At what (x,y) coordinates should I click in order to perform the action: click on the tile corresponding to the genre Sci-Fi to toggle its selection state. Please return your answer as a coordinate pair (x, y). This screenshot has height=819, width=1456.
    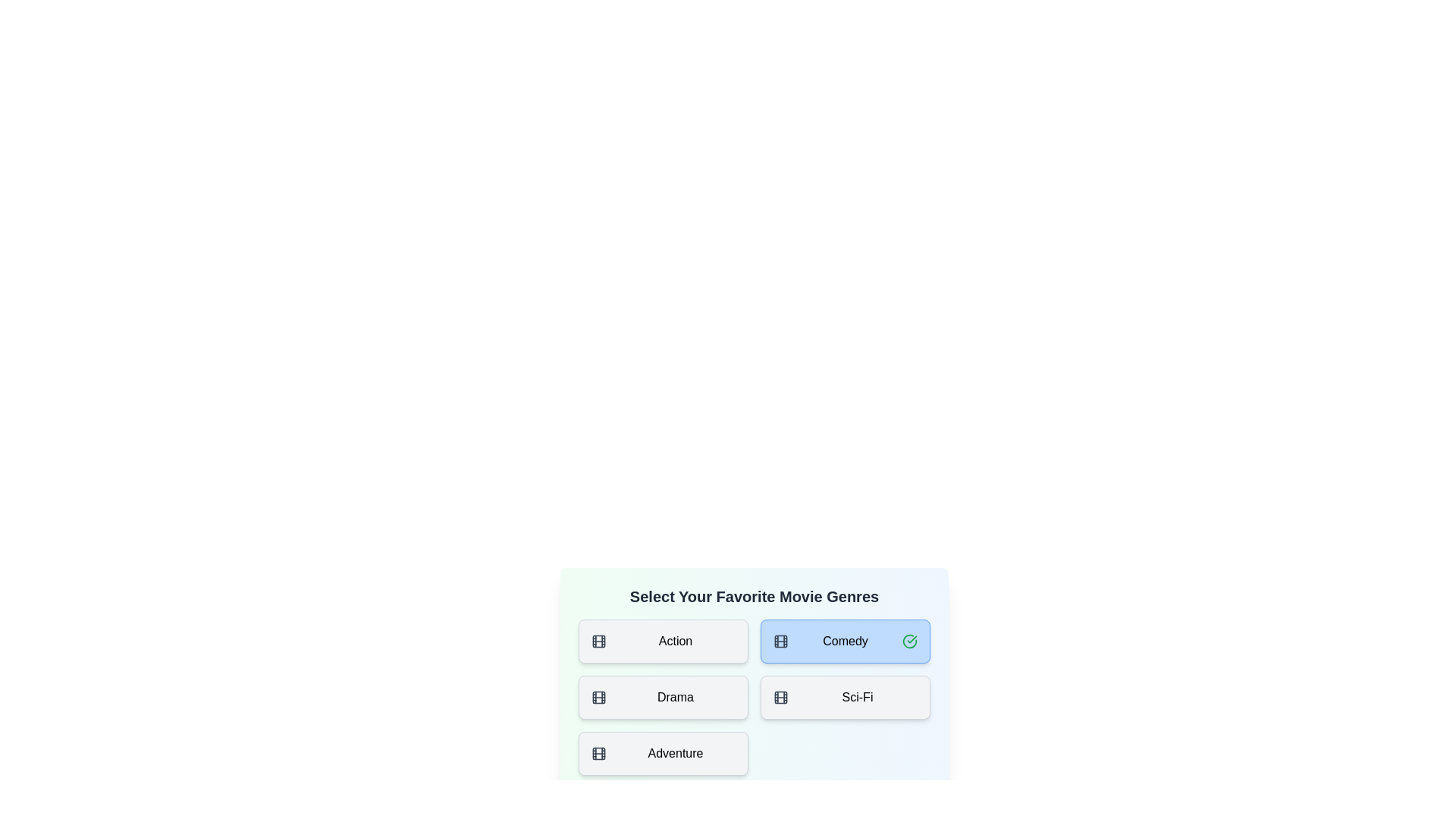
    Looking at the image, I should click on (844, 698).